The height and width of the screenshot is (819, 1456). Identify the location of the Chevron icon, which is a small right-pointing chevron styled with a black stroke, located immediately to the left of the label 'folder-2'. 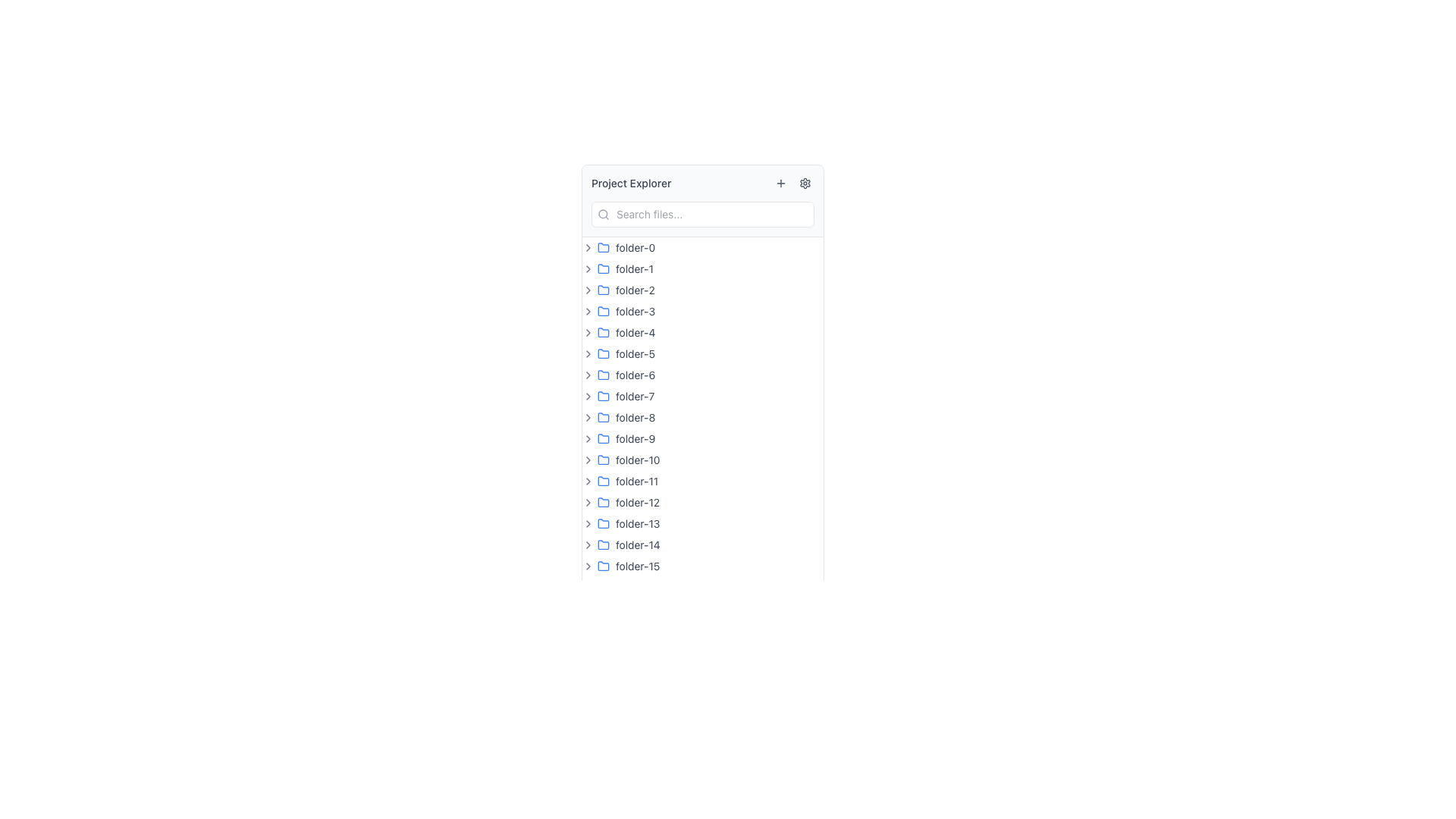
(588, 290).